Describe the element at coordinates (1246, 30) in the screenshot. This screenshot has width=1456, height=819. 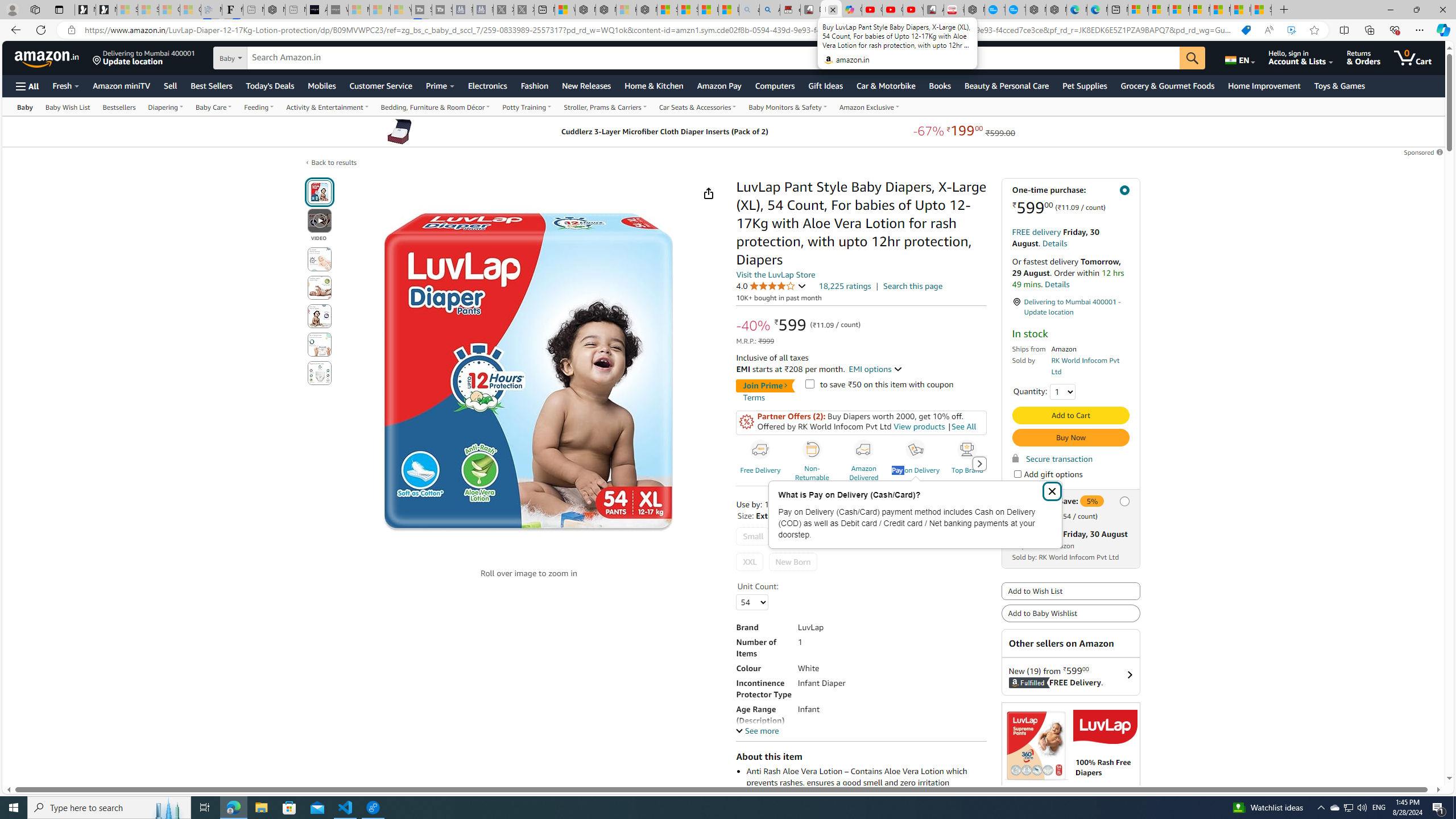
I see `'This site has coupons! Shopping in Microsoft Edge'` at that location.